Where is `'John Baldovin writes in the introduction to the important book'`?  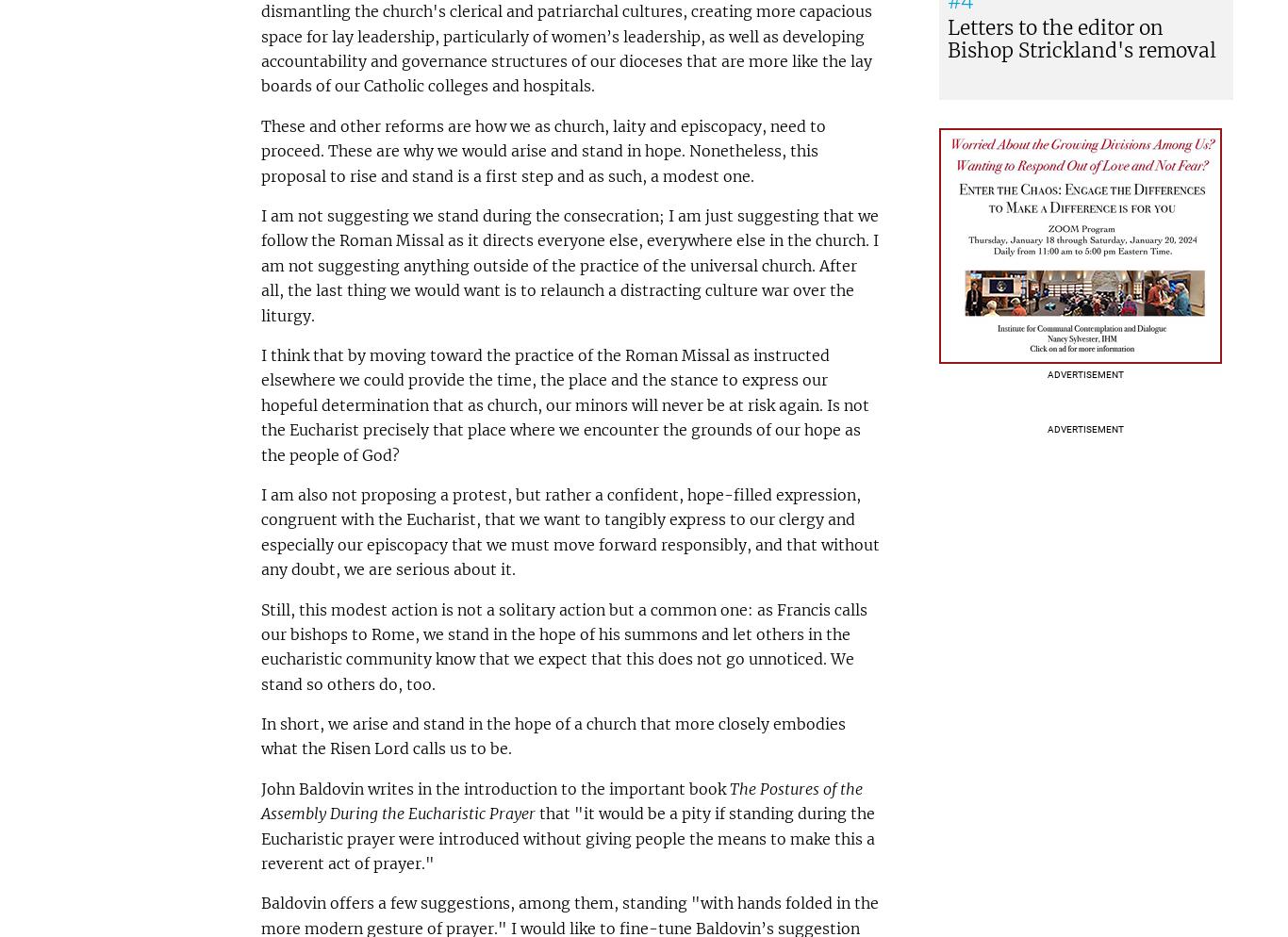
'John Baldovin writes in the introduction to the important book' is located at coordinates (259, 786).